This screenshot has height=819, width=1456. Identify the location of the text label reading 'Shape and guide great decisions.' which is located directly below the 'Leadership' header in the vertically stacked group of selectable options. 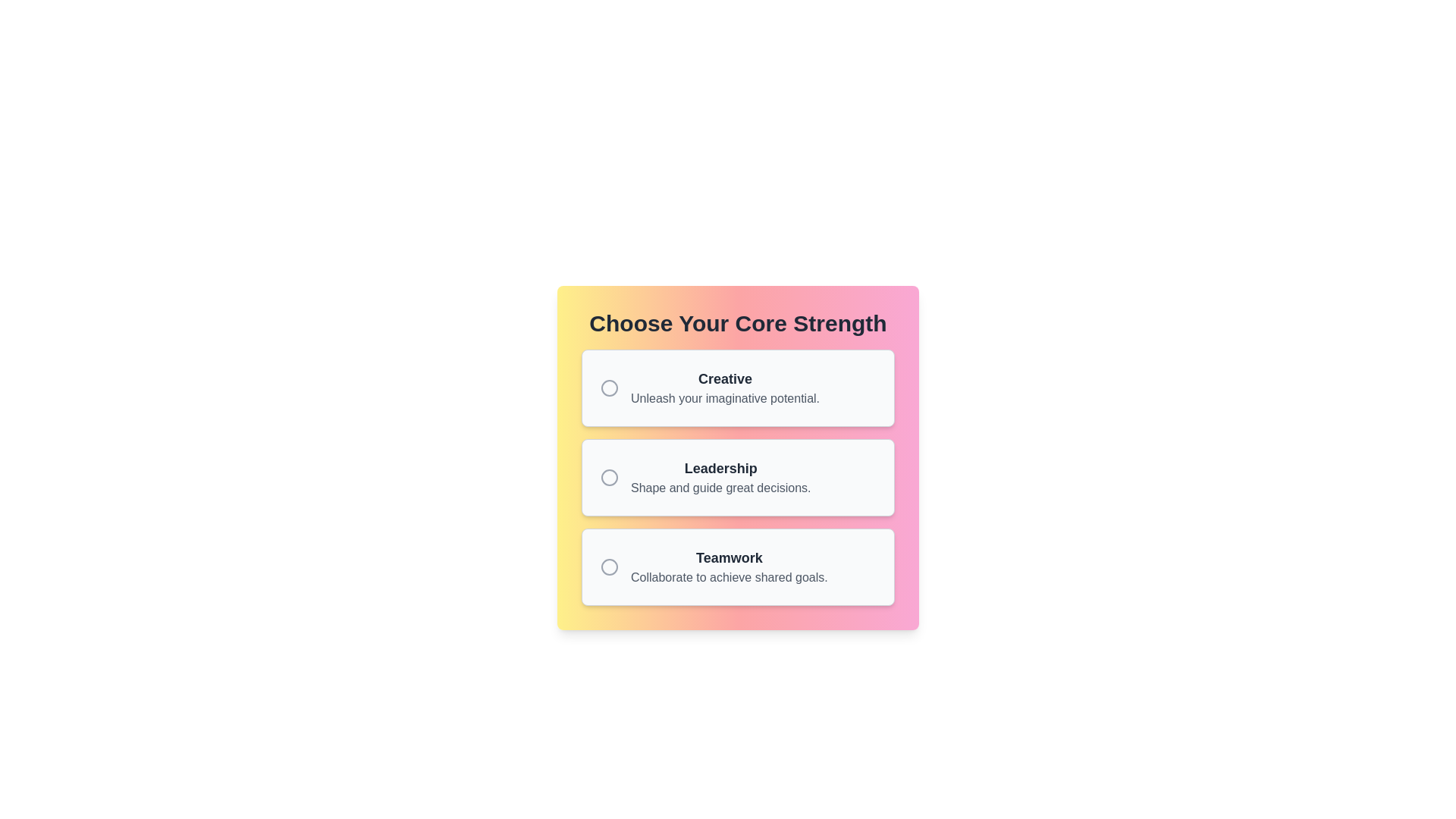
(720, 488).